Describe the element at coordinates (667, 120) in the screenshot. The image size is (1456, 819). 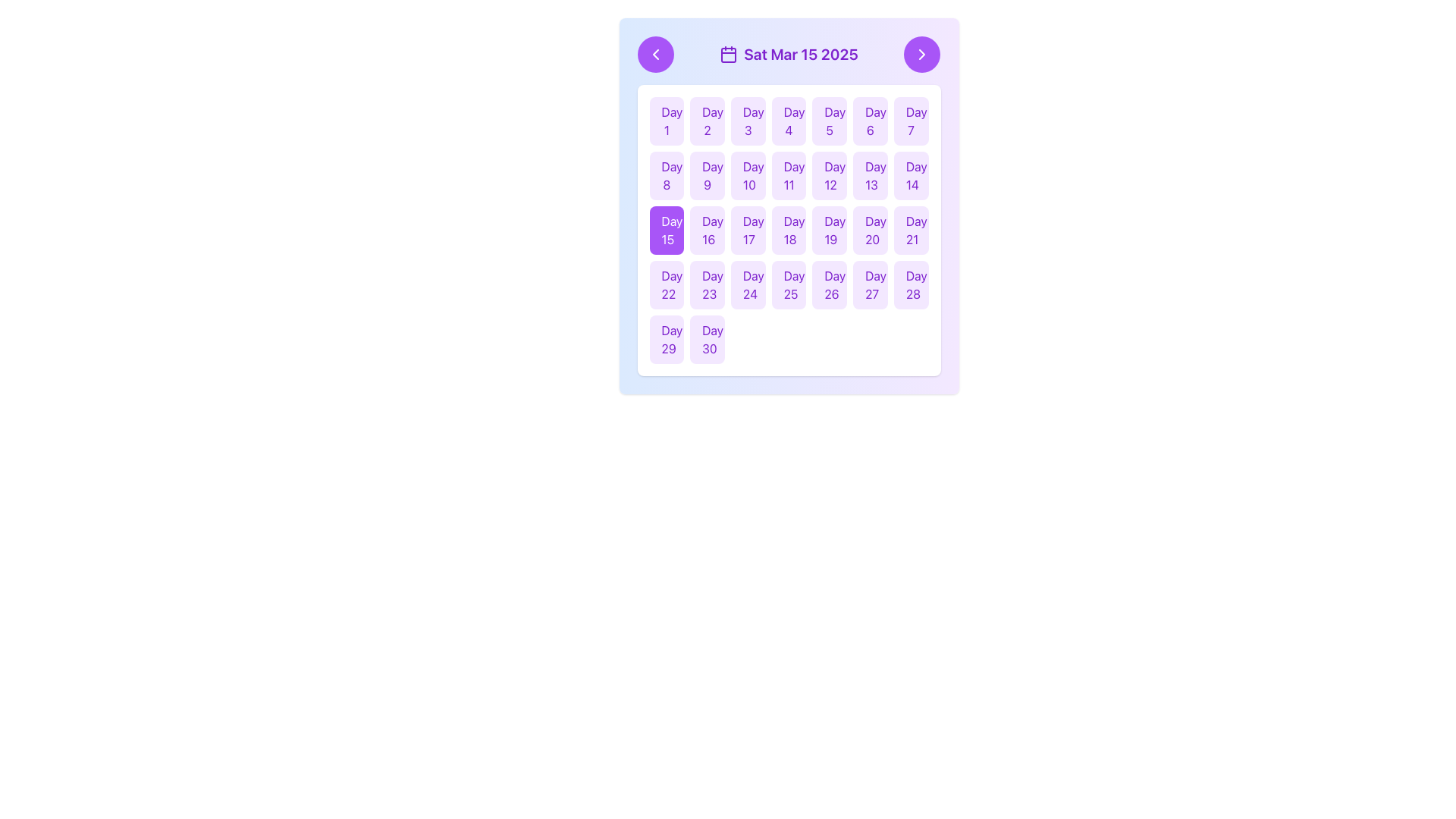
I see `the rectangular button with rounded corners labeled 'Day 1' in bold purple font, positioned at the top-left corner of the calendar grid interface` at that location.